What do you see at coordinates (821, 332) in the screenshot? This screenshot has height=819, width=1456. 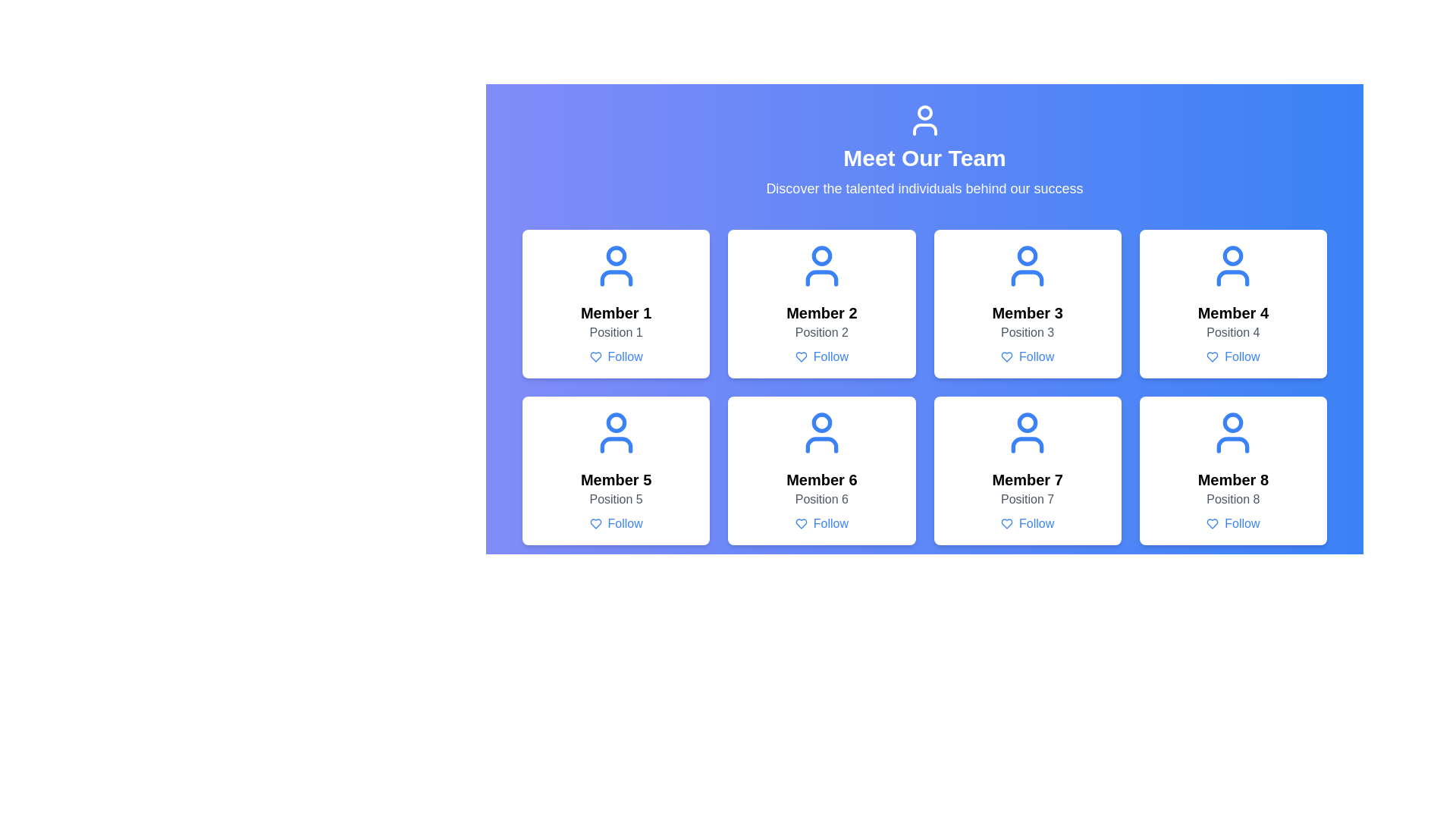 I see `the static text label indicating the role or position of 'Member 2' located within the card of the team member grid, positioned above the 'Follow' button` at bounding box center [821, 332].